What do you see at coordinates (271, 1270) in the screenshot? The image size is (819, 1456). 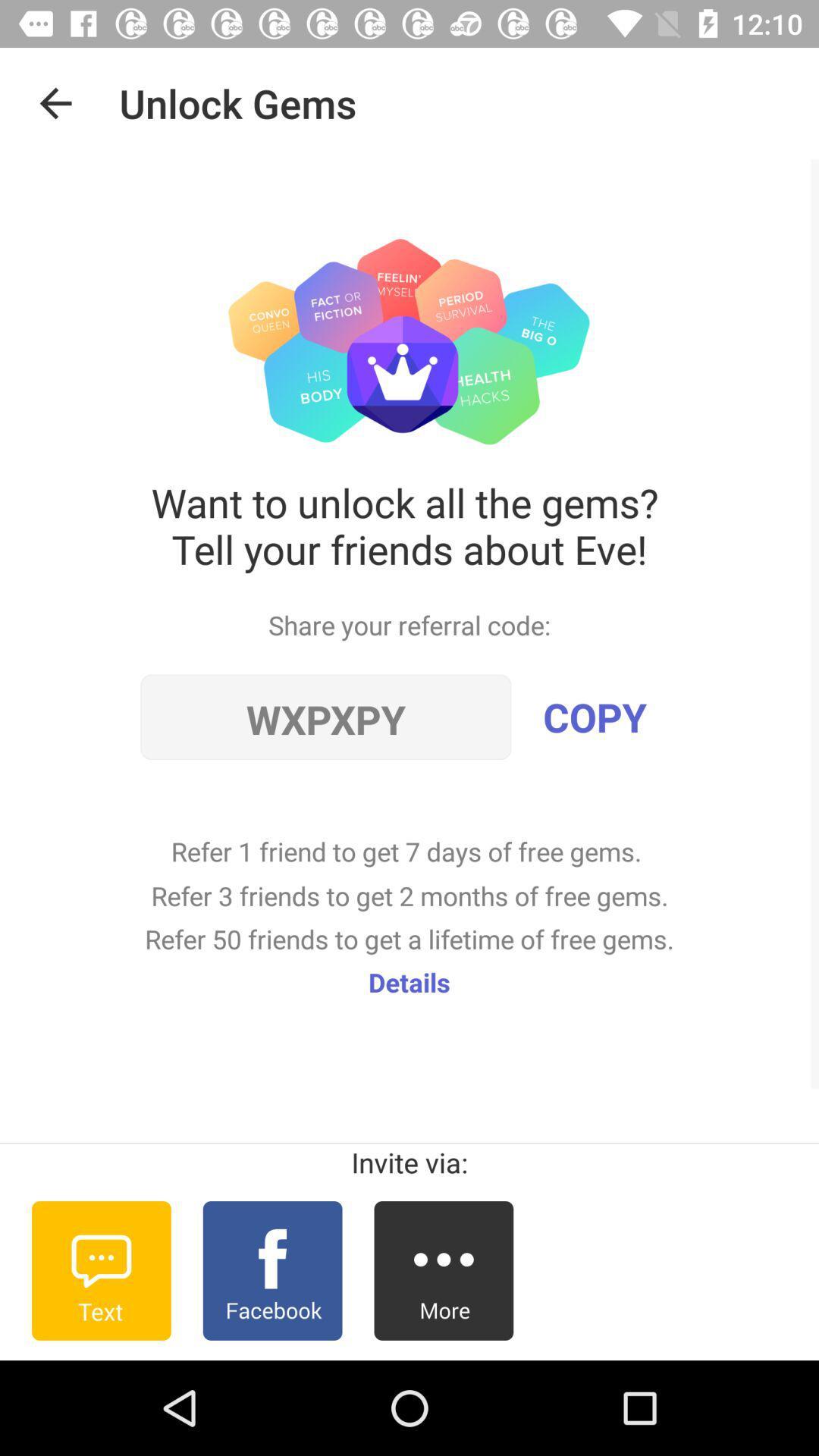 I see `button to invite via facebook` at bounding box center [271, 1270].